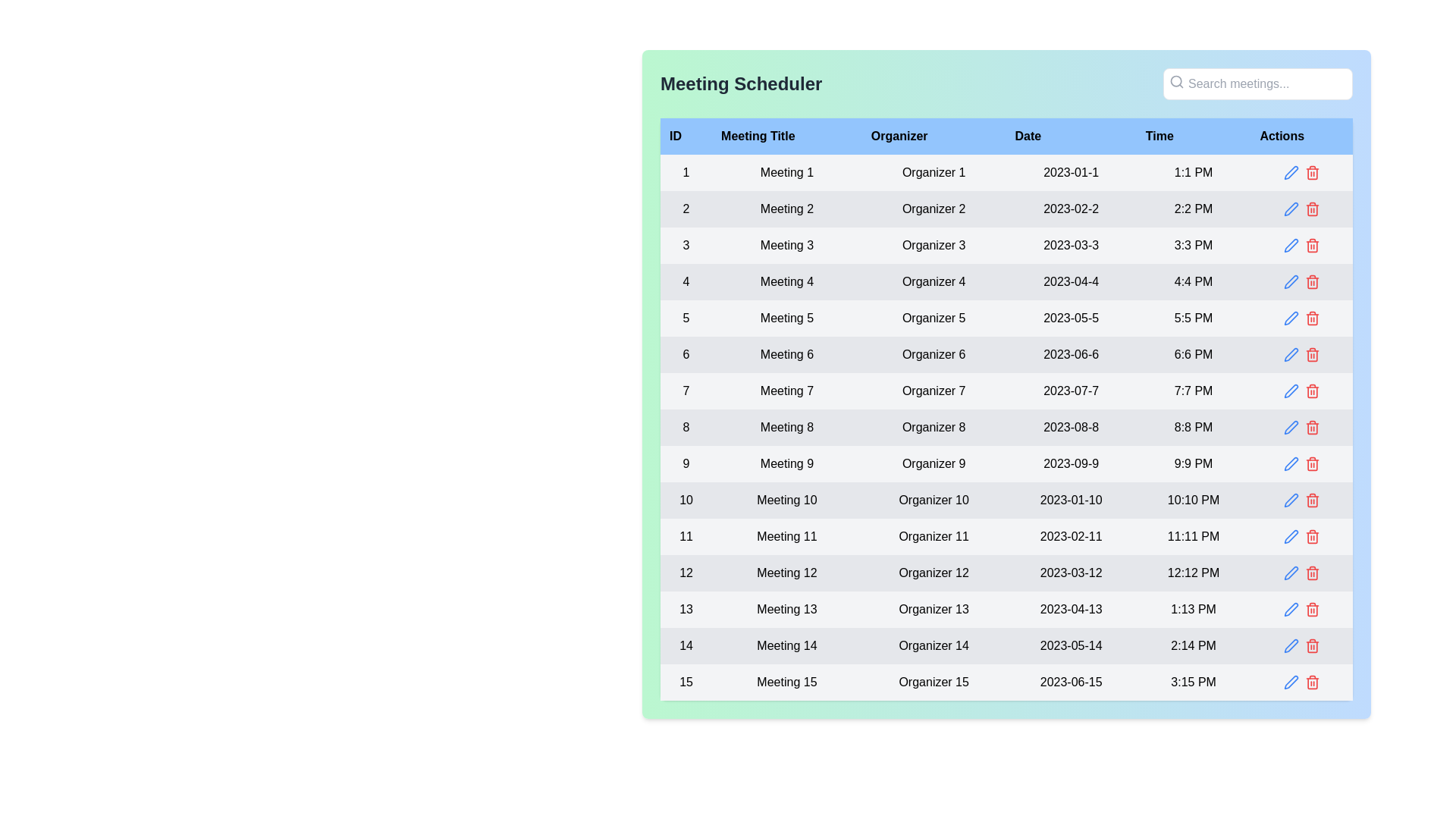  I want to click on the trash bin icon in the interactive icon group located in the last column of the row for 'Meeting 14' to initiate deletion, so click(1301, 646).